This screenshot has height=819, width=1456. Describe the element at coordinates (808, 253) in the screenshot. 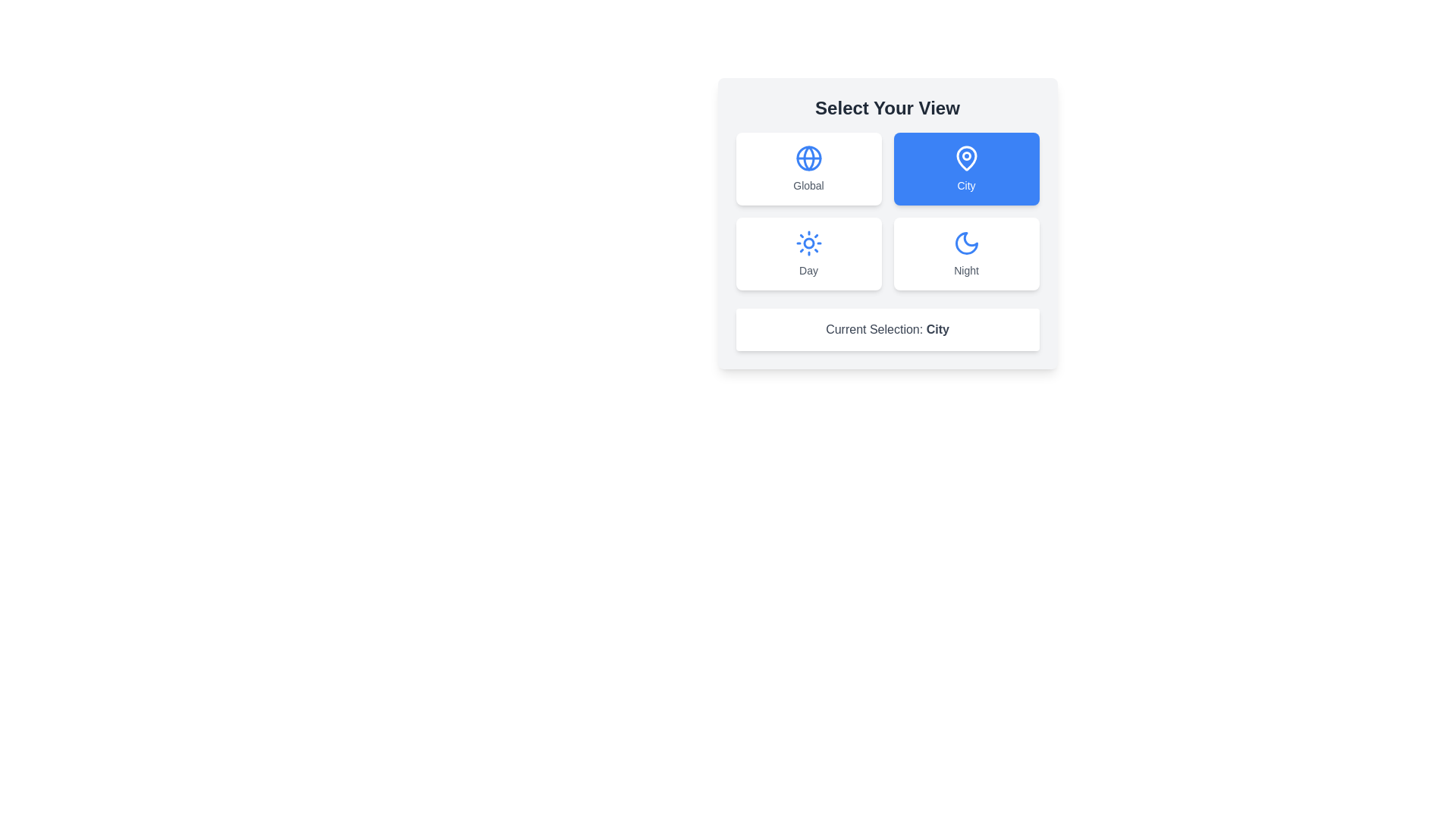

I see `the 'Day' view selection button` at that location.